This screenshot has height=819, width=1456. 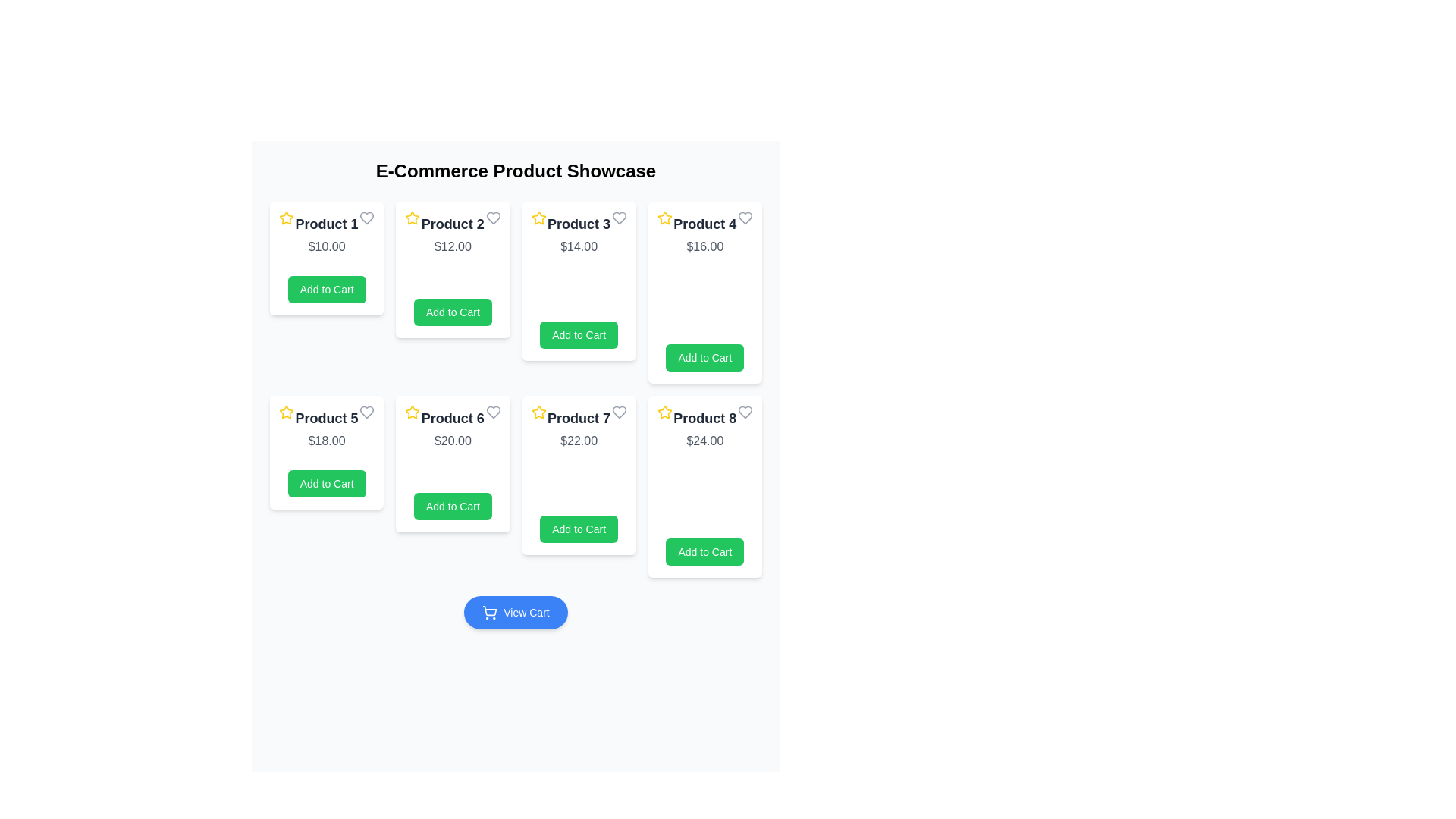 What do you see at coordinates (452, 312) in the screenshot?
I see `the 'Add to Cart' button for 'Product 2' to observe the hover effect` at bounding box center [452, 312].